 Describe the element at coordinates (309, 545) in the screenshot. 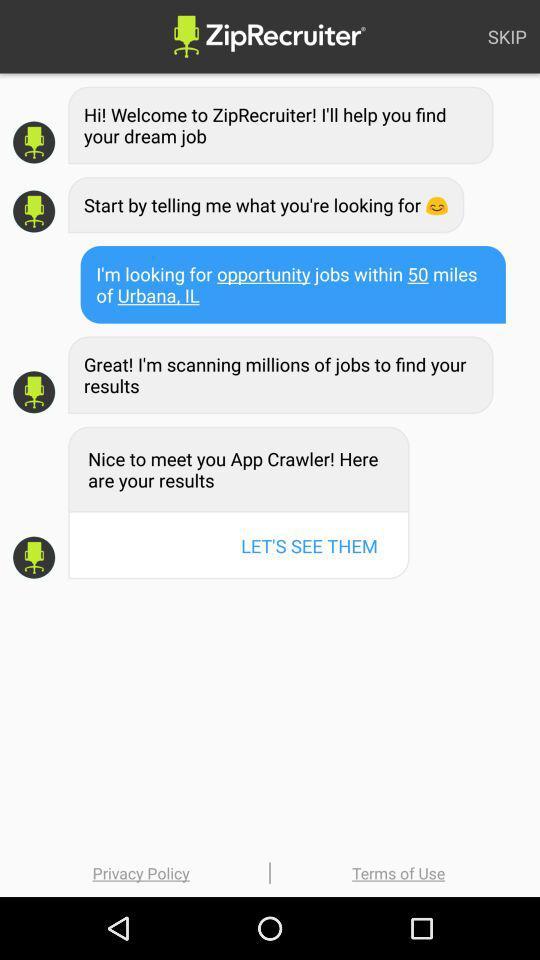

I see `item below the nice to meet` at that location.